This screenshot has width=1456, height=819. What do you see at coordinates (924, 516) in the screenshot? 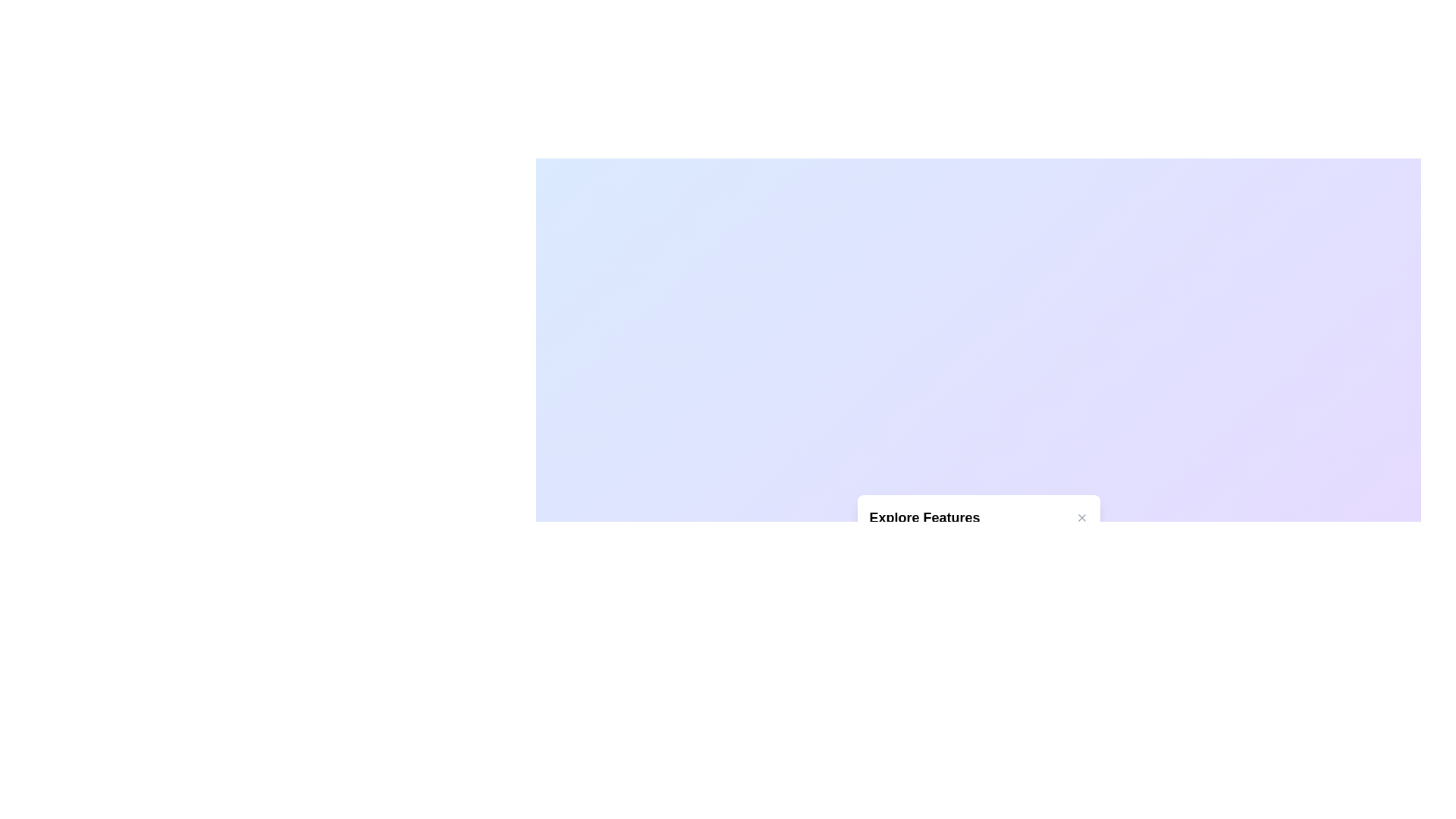
I see `the bold, black text label reading 'Explore Features' that is prominently displayed in a light-colored section` at bounding box center [924, 516].